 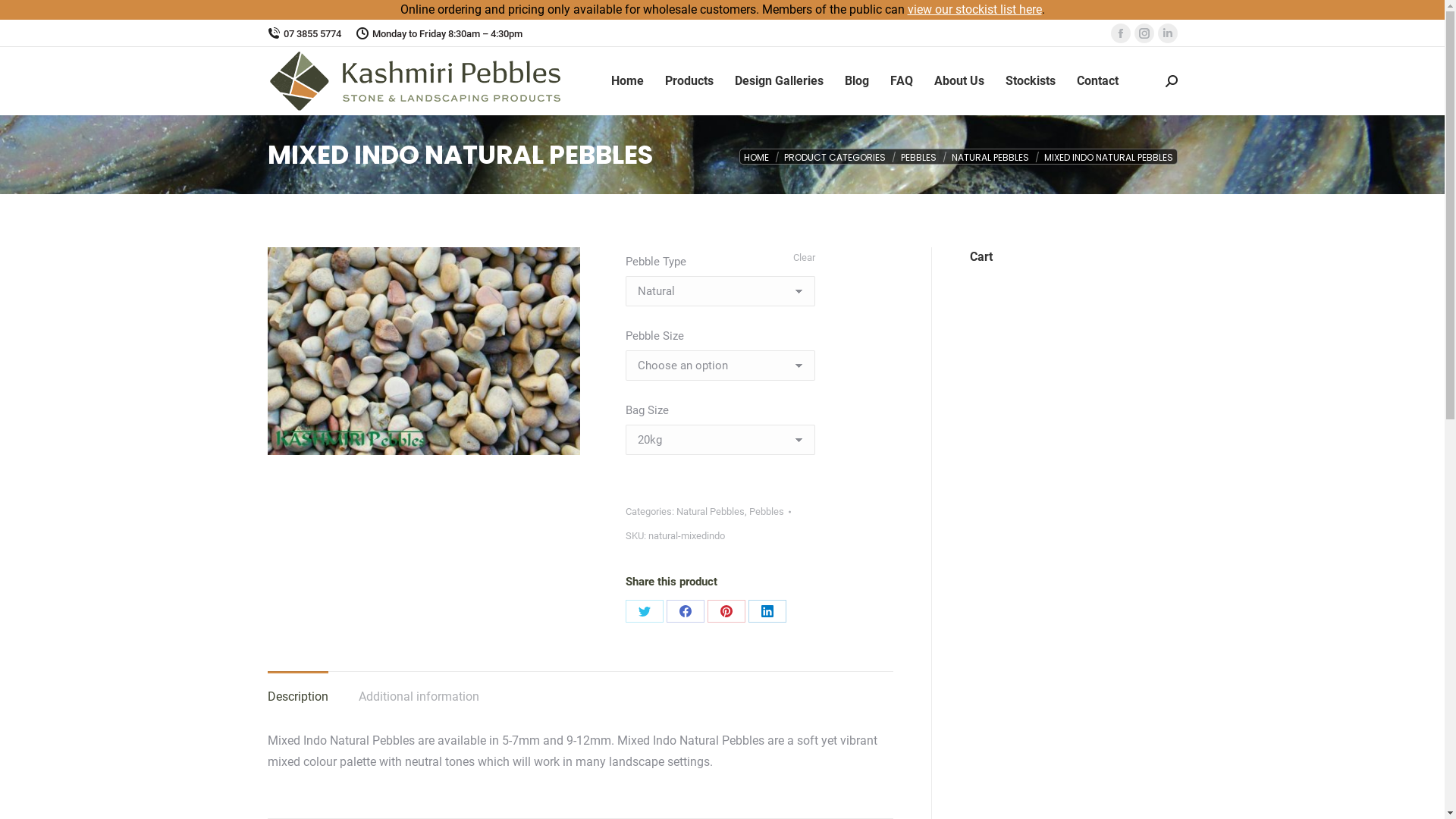 I want to click on 'Share on Facebook', so click(x=684, y=610).